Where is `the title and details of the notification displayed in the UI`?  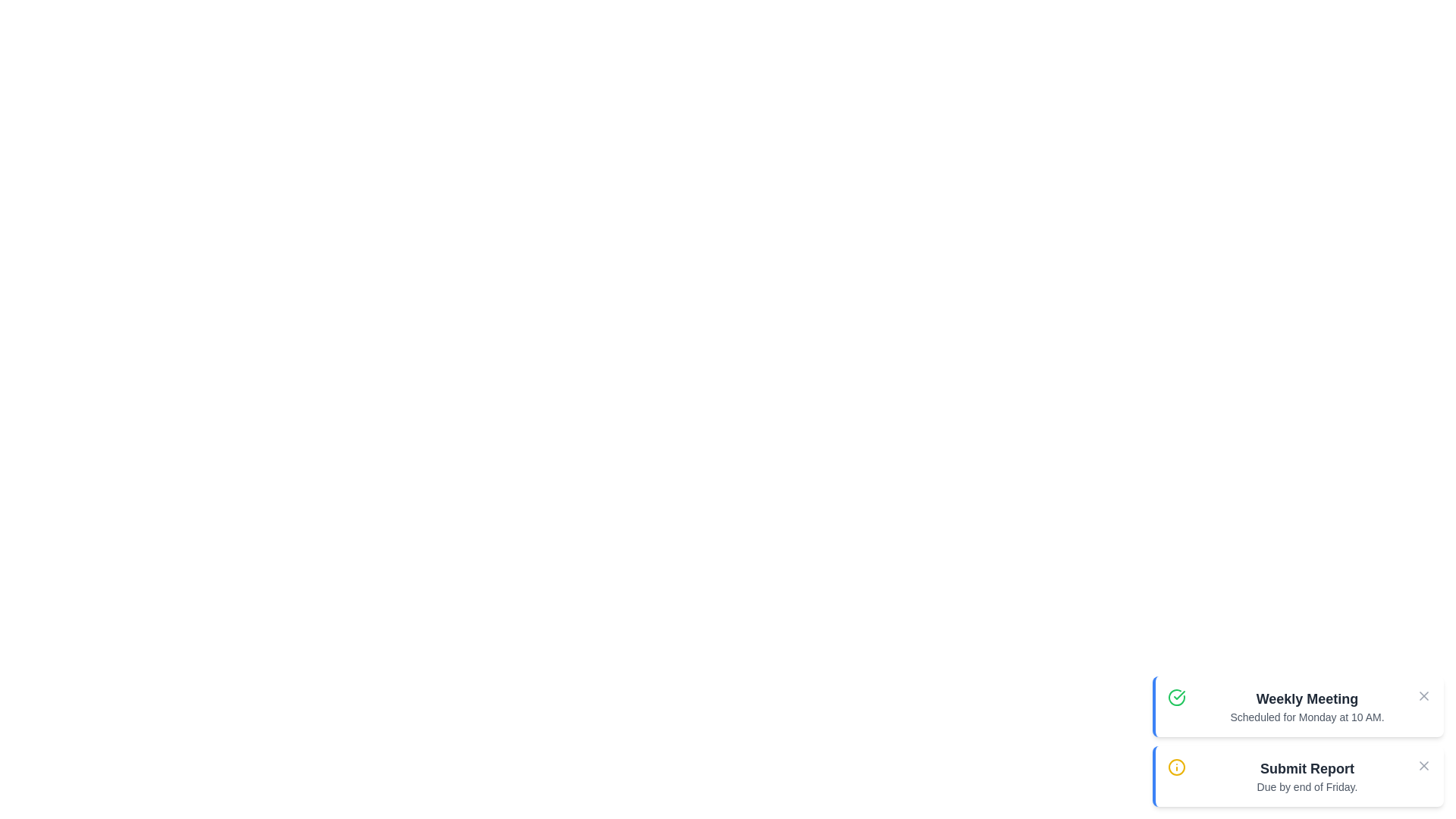 the title and details of the notification displayed in the UI is located at coordinates (1306, 698).